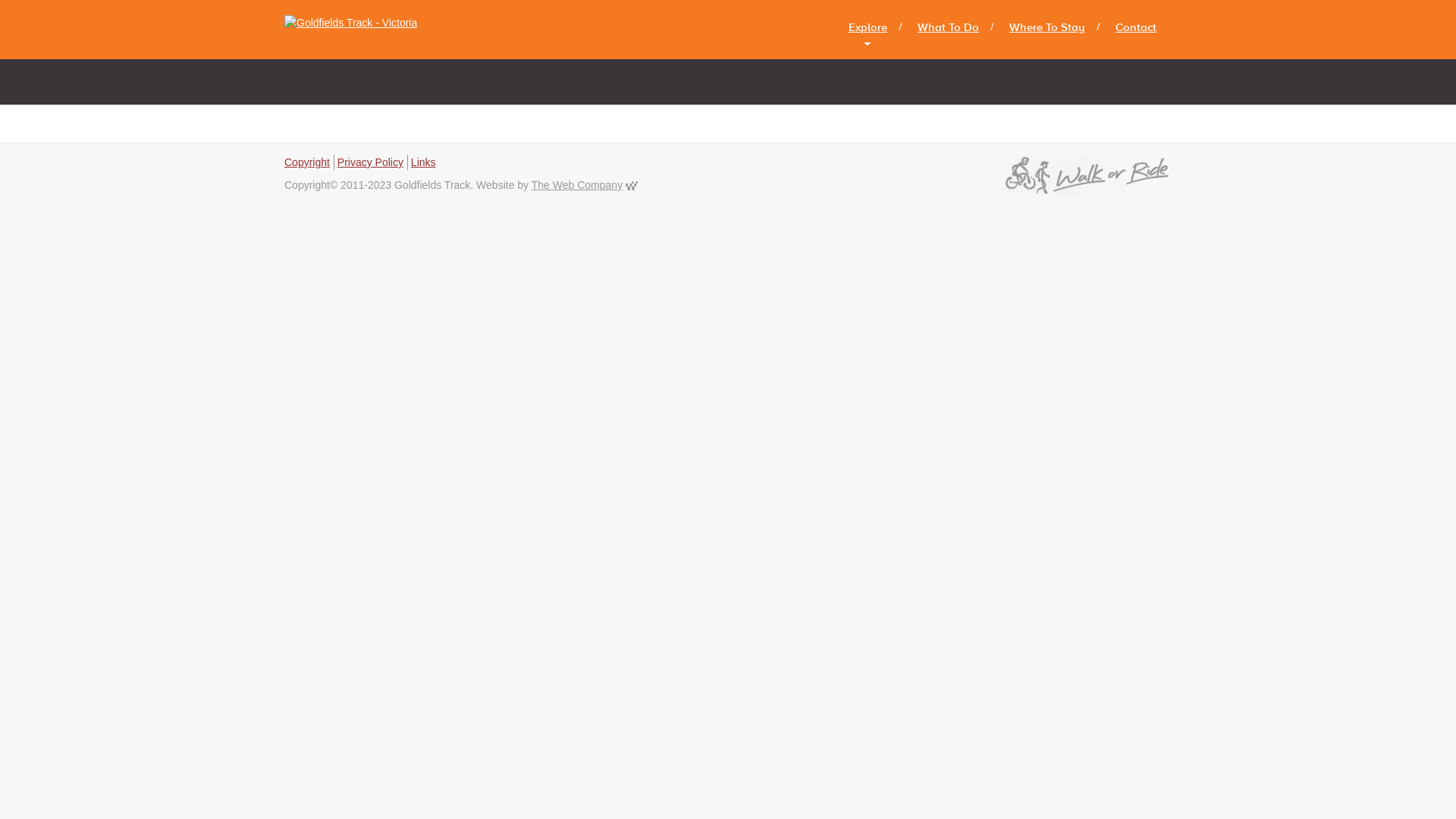 The image size is (1456, 819). Describe the element at coordinates (356, 29) in the screenshot. I see `'Goldfields Track'` at that location.